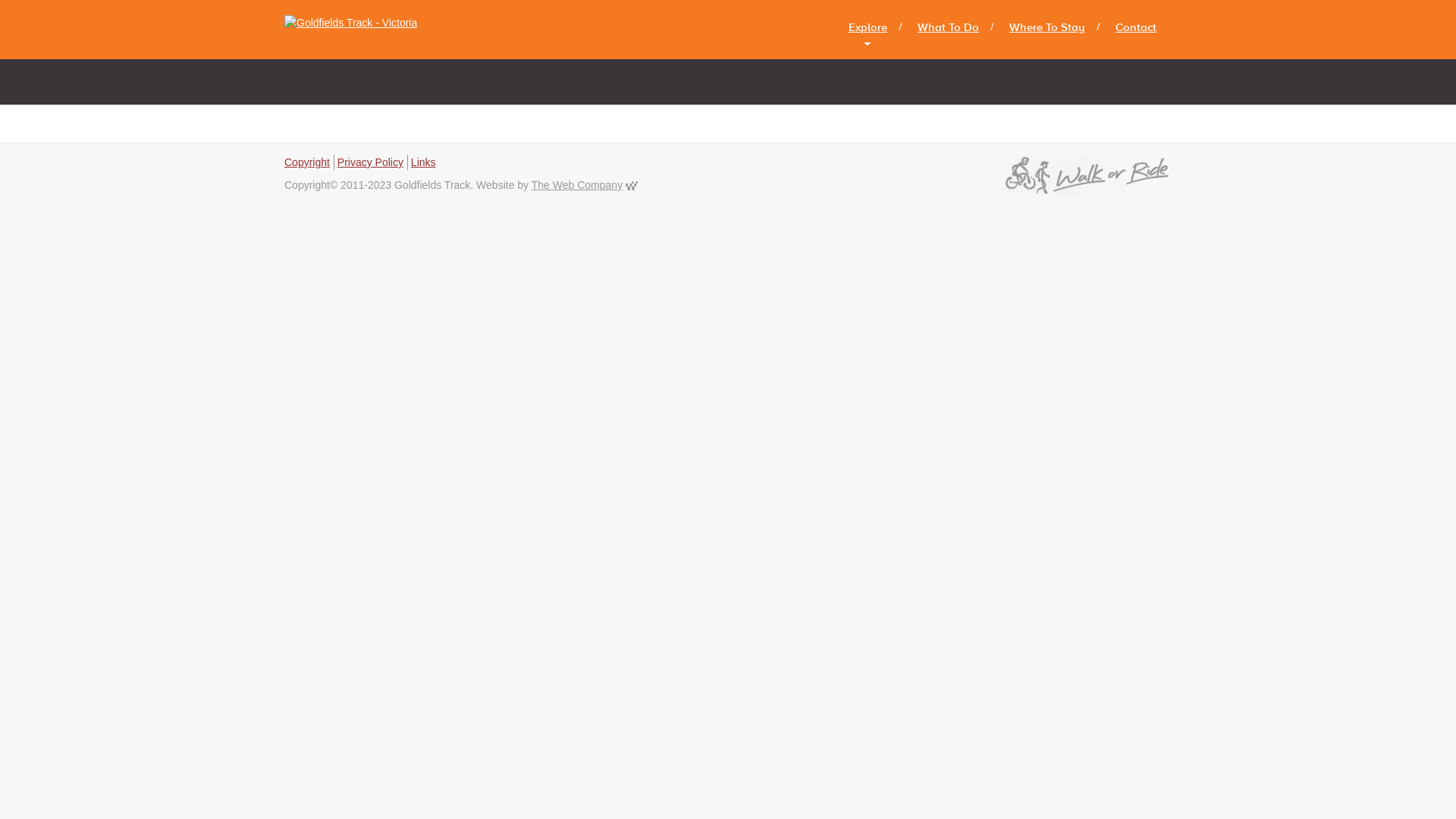 The image size is (1456, 819). Describe the element at coordinates (356, 29) in the screenshot. I see `'Goldfields Track'` at that location.